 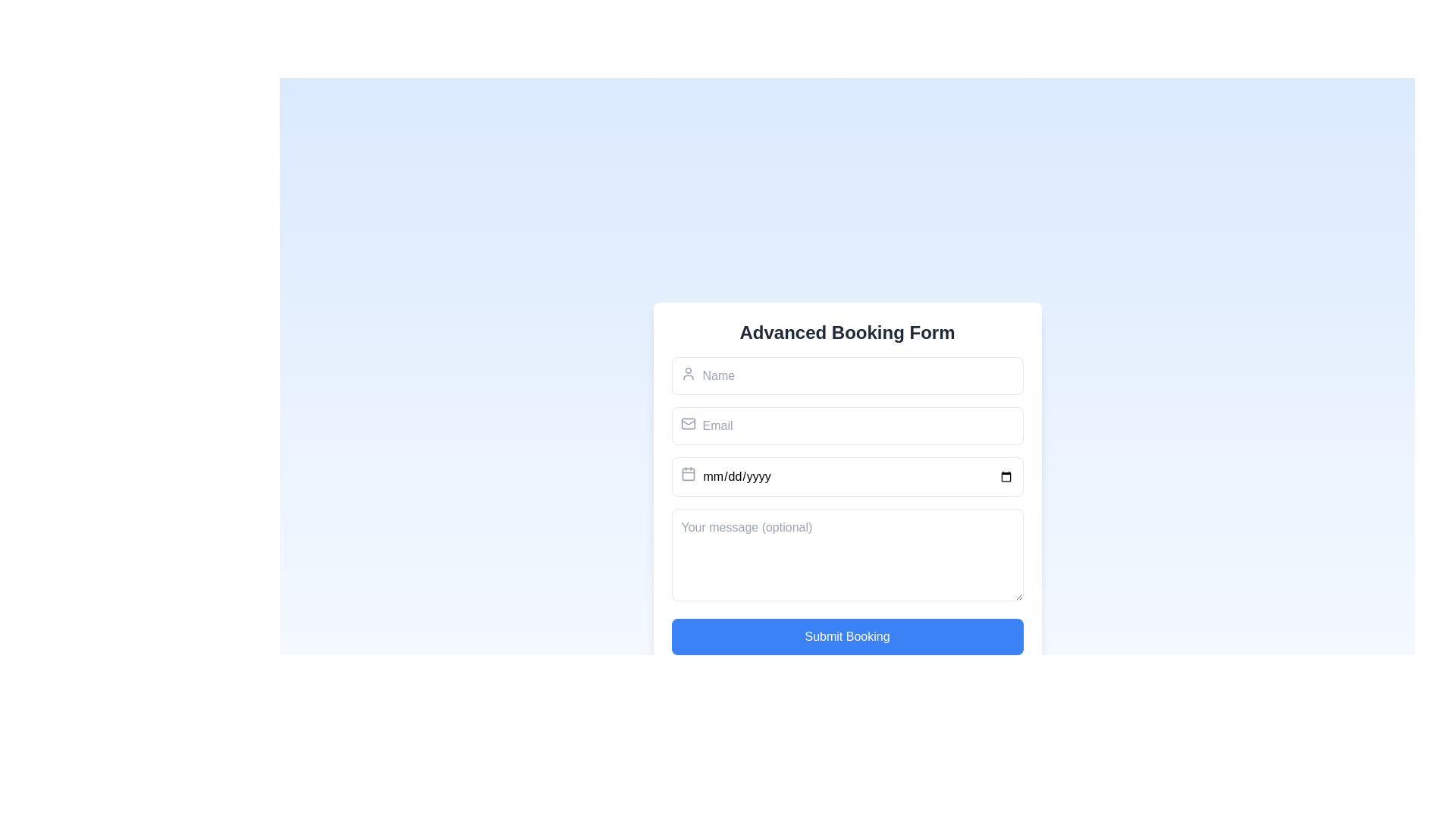 I want to click on the 'Submit Booking' button, which is a wide rectangular button with rounded corners, blue background, and white text, located at the bottom of the booking form, so click(x=846, y=636).